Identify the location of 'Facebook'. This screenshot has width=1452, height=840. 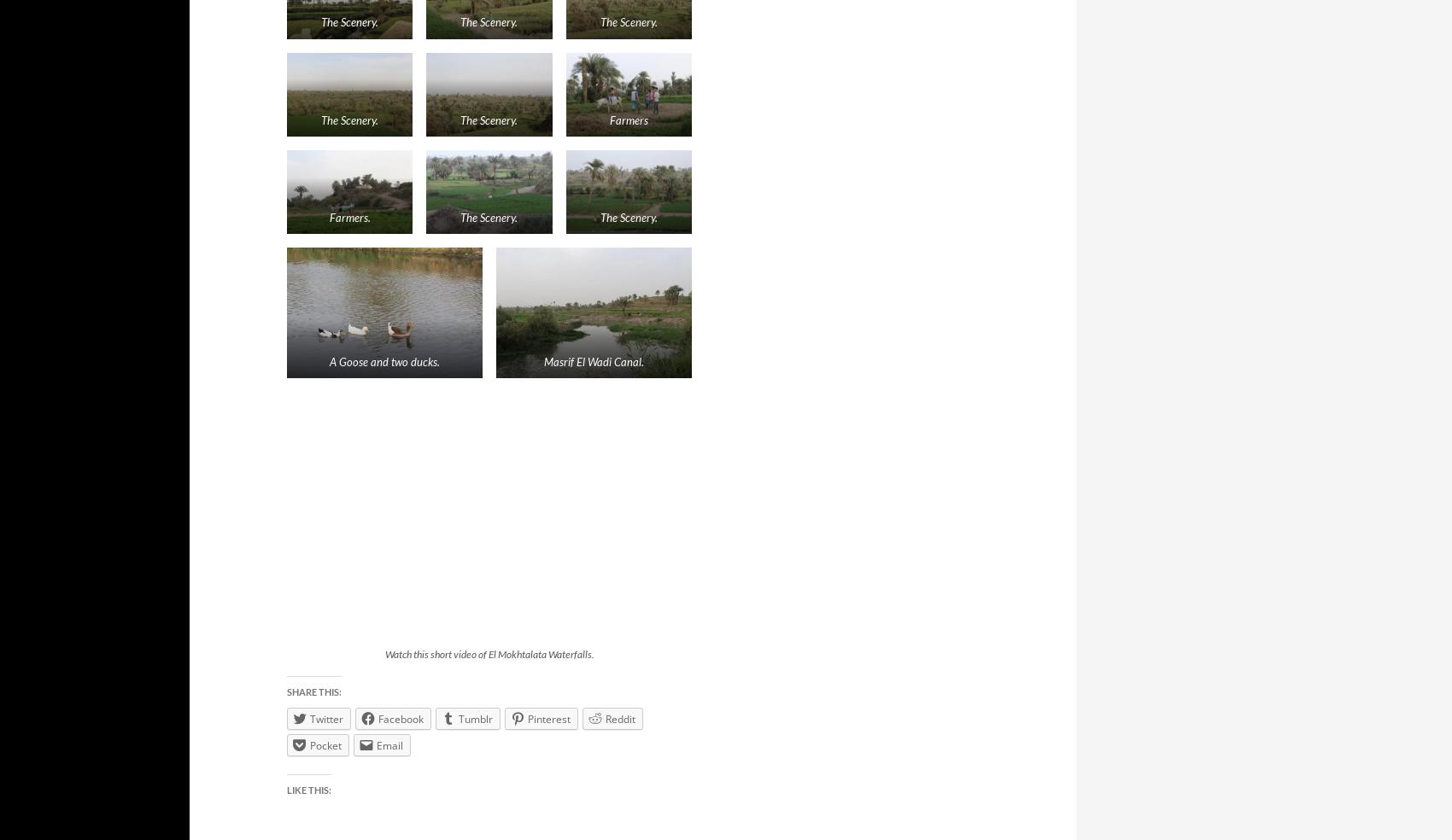
(401, 717).